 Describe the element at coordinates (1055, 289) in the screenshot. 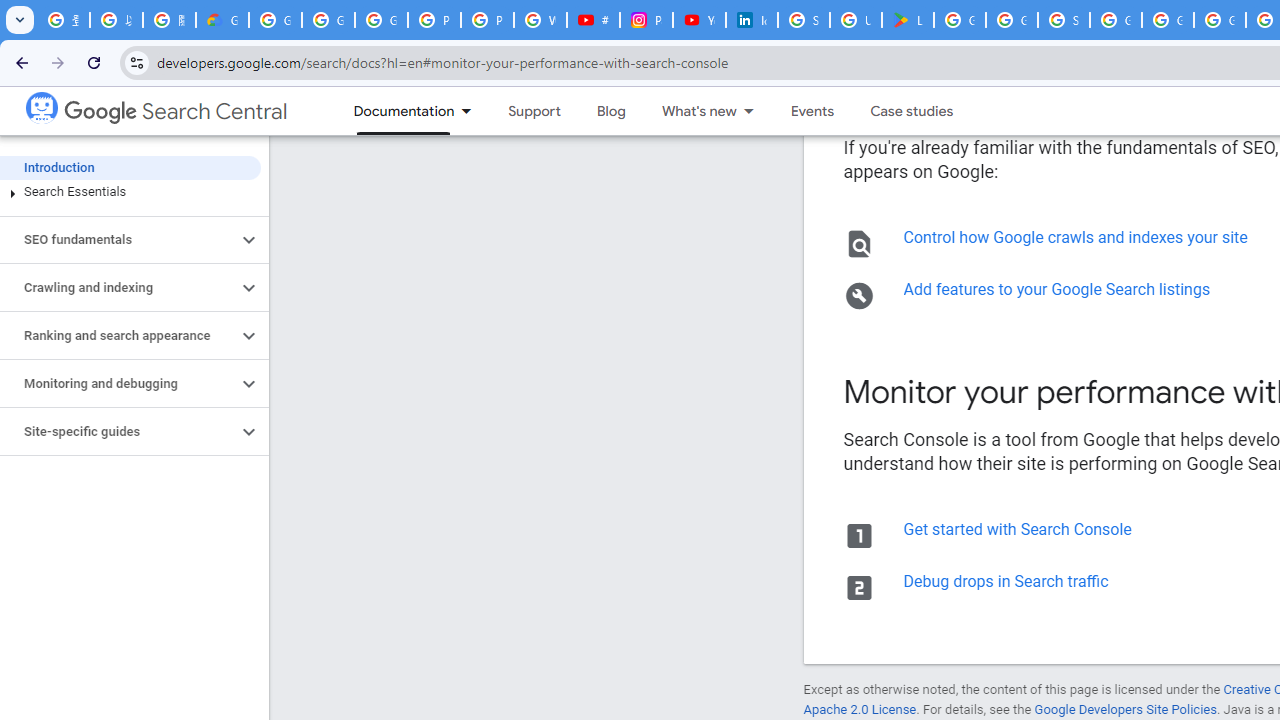

I see `'Add features to your Google Search listings'` at that location.